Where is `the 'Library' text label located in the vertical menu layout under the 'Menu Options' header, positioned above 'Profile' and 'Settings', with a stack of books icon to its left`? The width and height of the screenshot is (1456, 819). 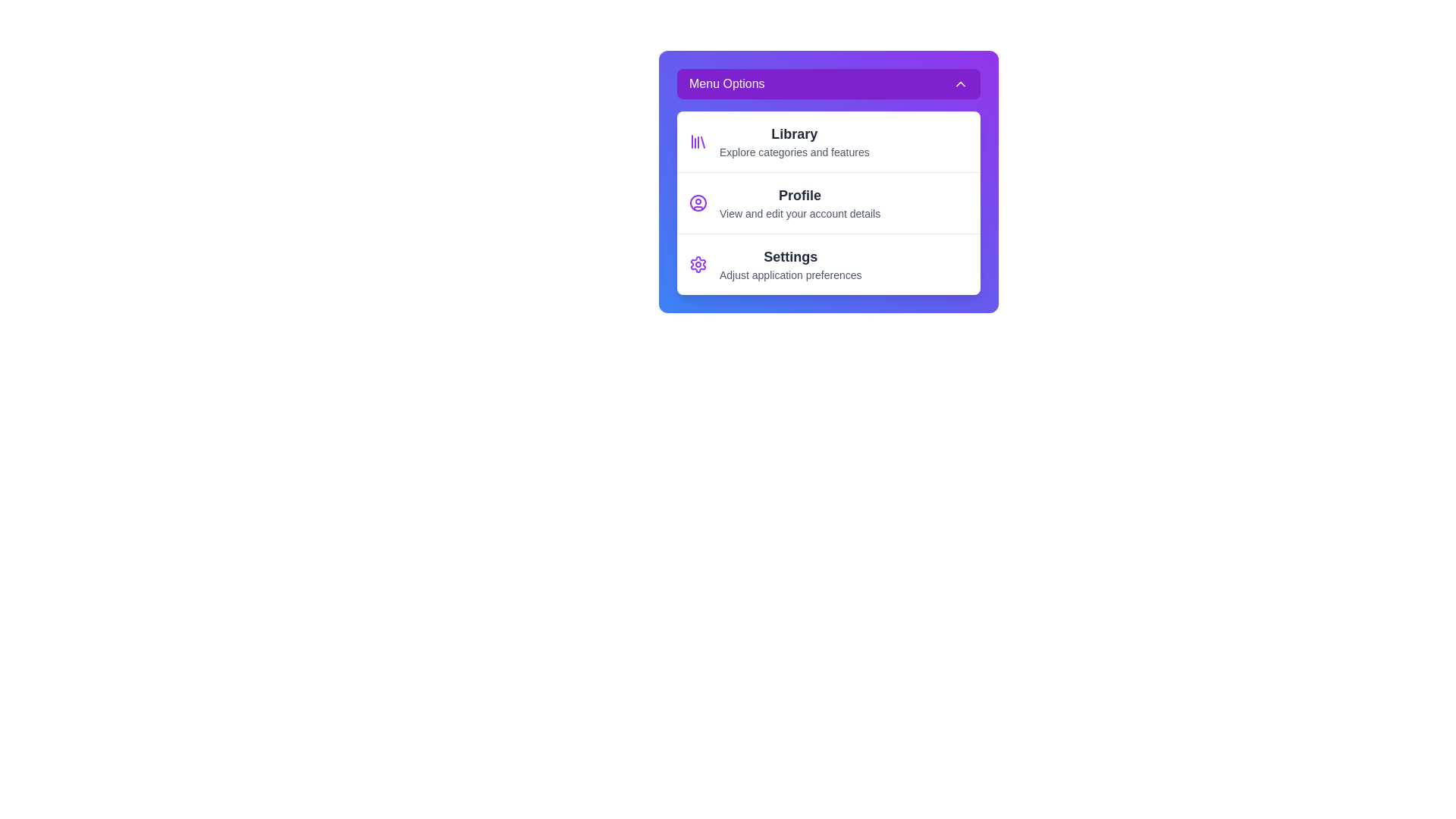 the 'Library' text label located in the vertical menu layout under the 'Menu Options' header, positioned above 'Profile' and 'Settings', with a stack of books icon to its left is located at coordinates (793, 141).